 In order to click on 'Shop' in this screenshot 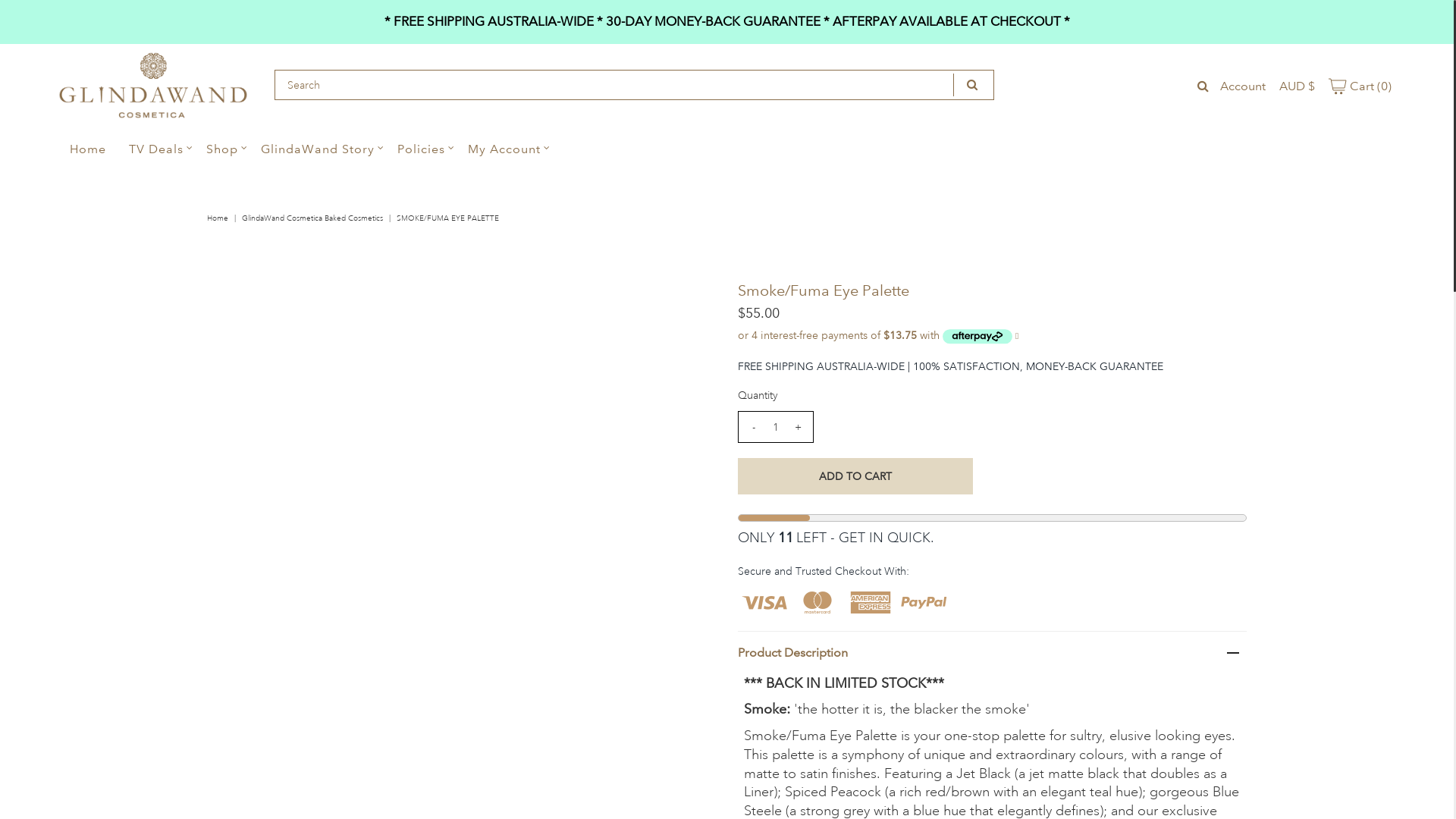, I will do `click(221, 149)`.